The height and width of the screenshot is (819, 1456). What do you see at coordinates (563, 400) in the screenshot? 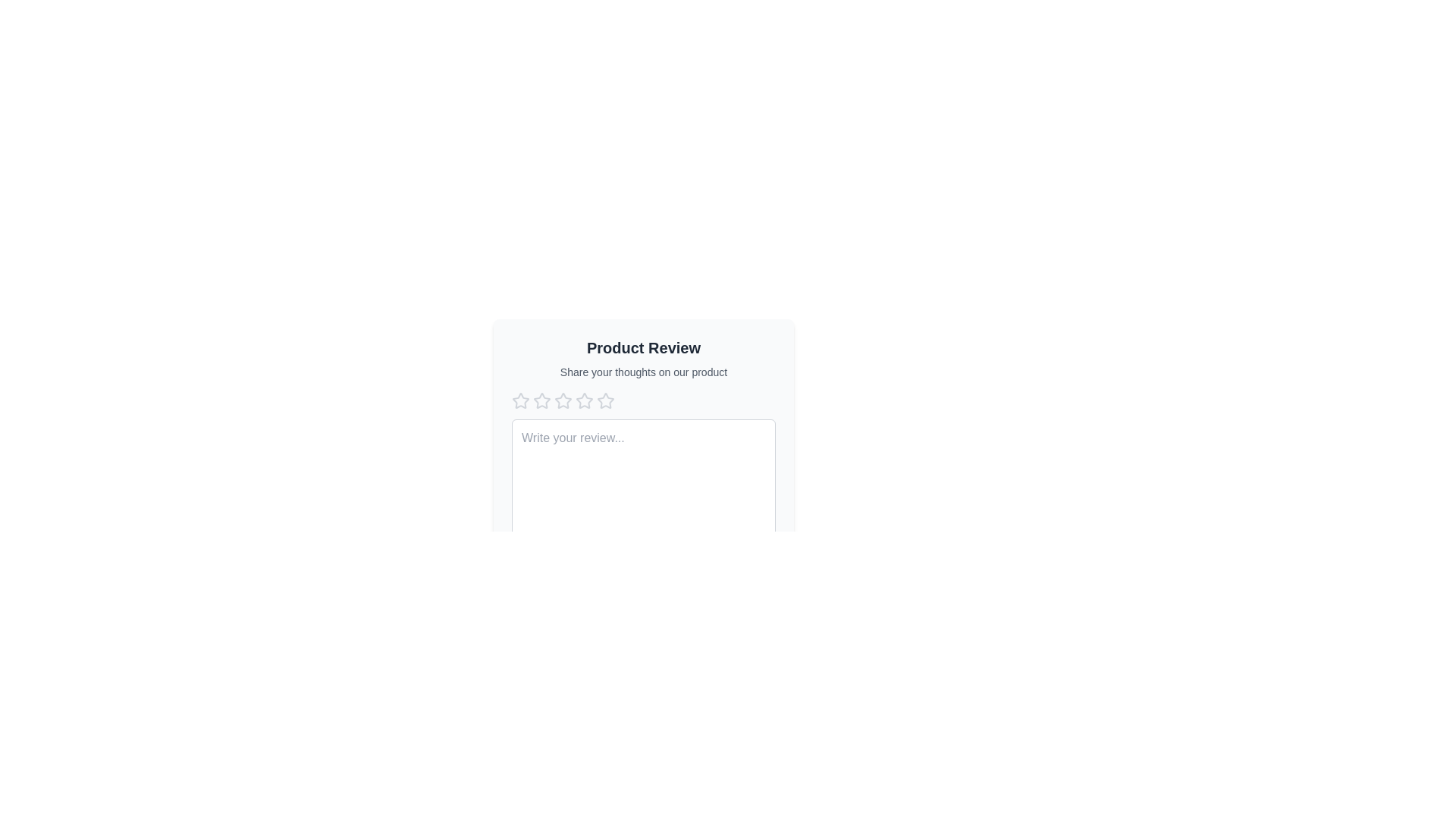
I see `the second star icon in the 5-star rating system via tab navigation` at bounding box center [563, 400].